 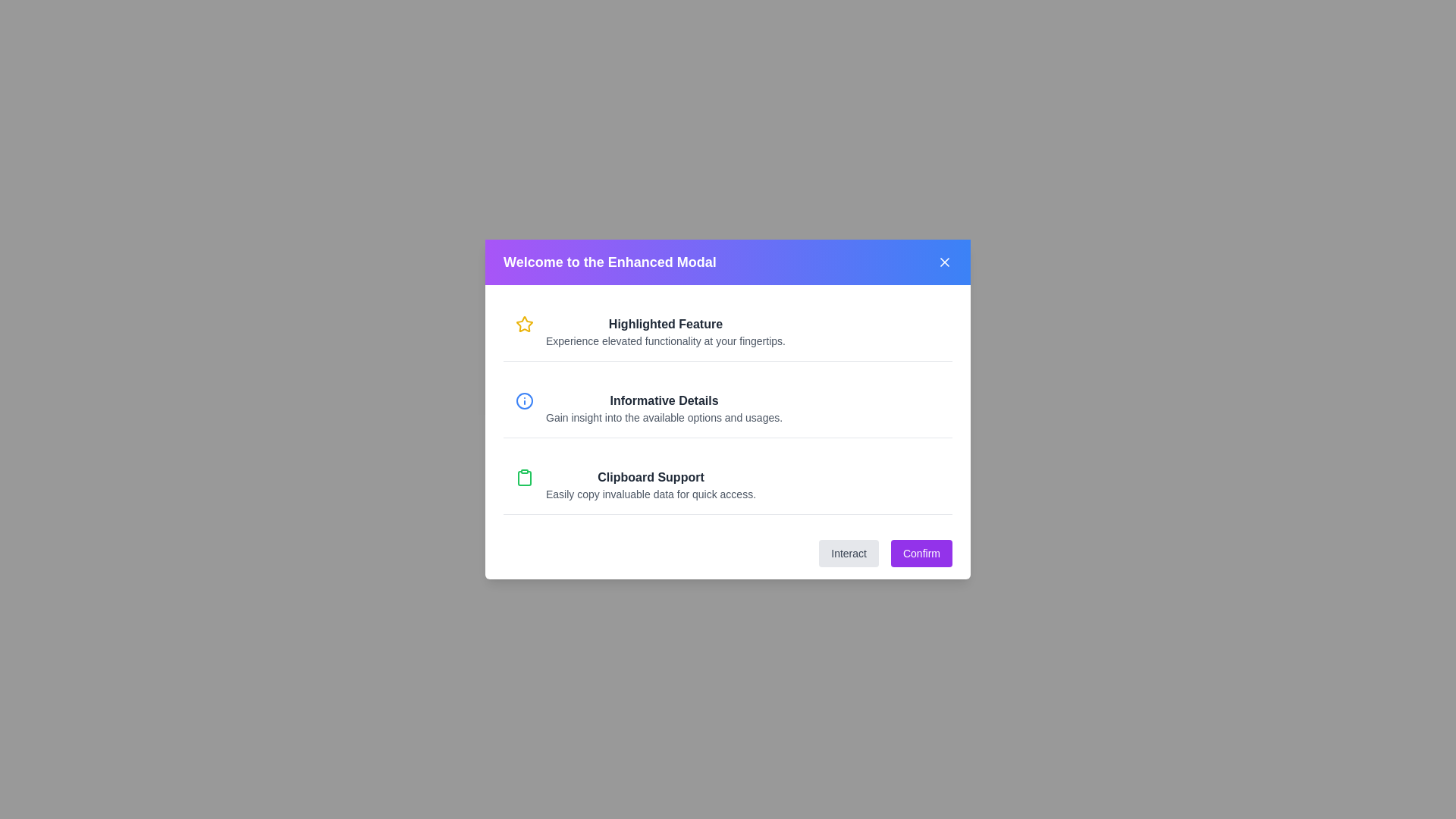 I want to click on the blue circular border with a white fill located centrally within the second row of the modal content, next to the 'Informative Details' label, so click(x=524, y=400).